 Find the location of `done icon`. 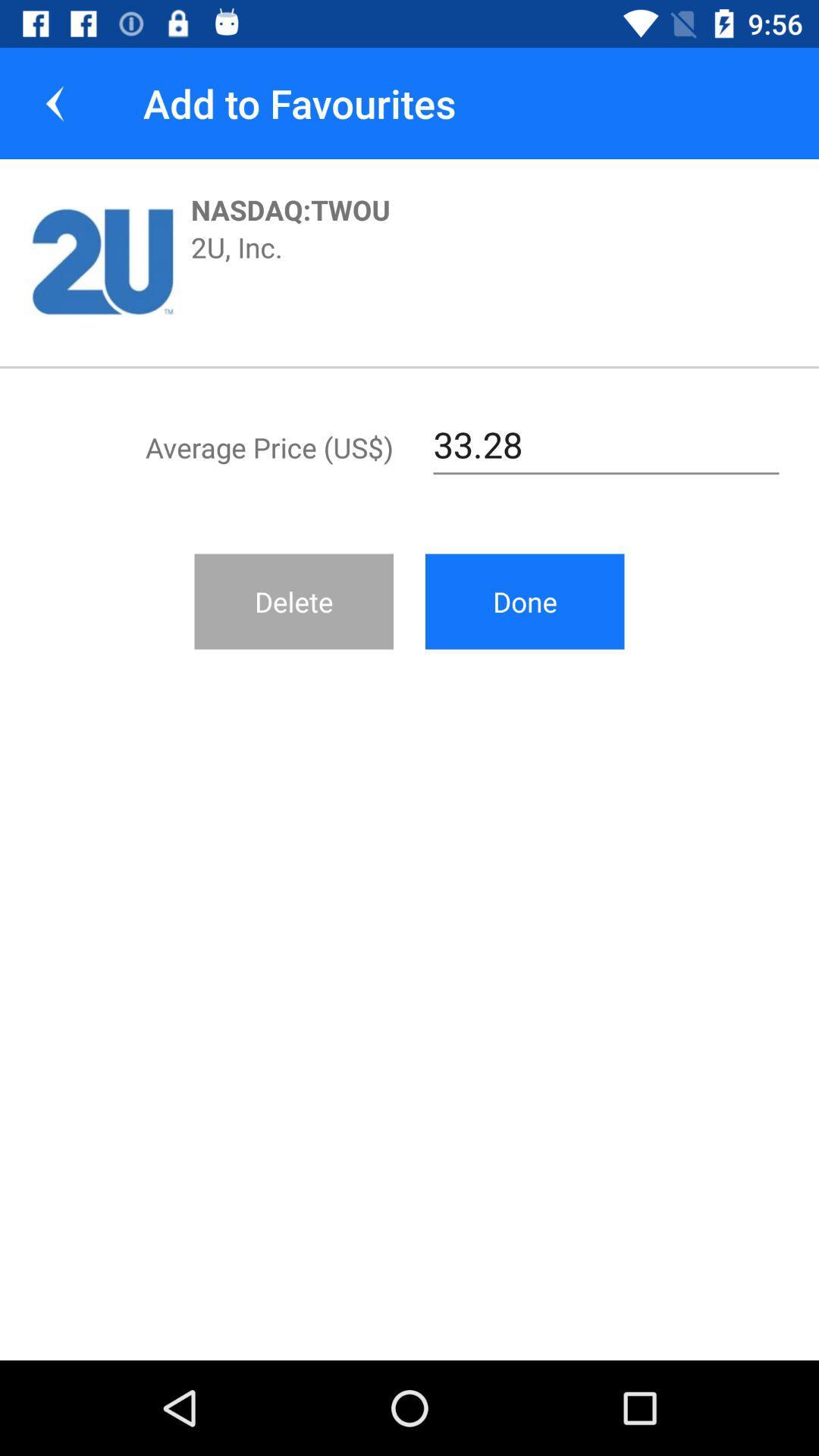

done icon is located at coordinates (524, 601).